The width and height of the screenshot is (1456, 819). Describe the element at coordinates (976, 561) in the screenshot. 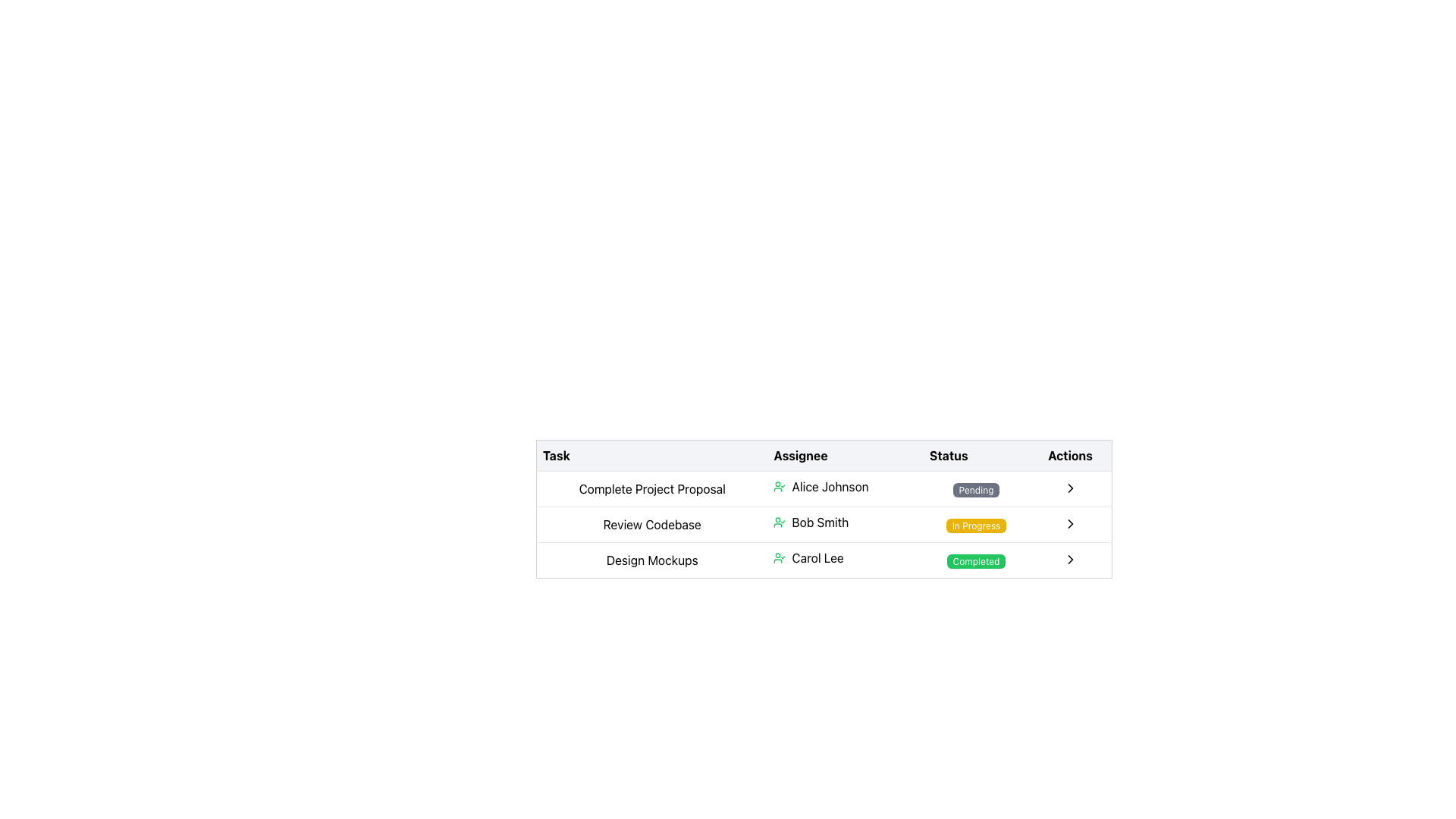

I see `the Status Badge in the 'Status' column of the third row for the 'Design Mockups' task` at that location.